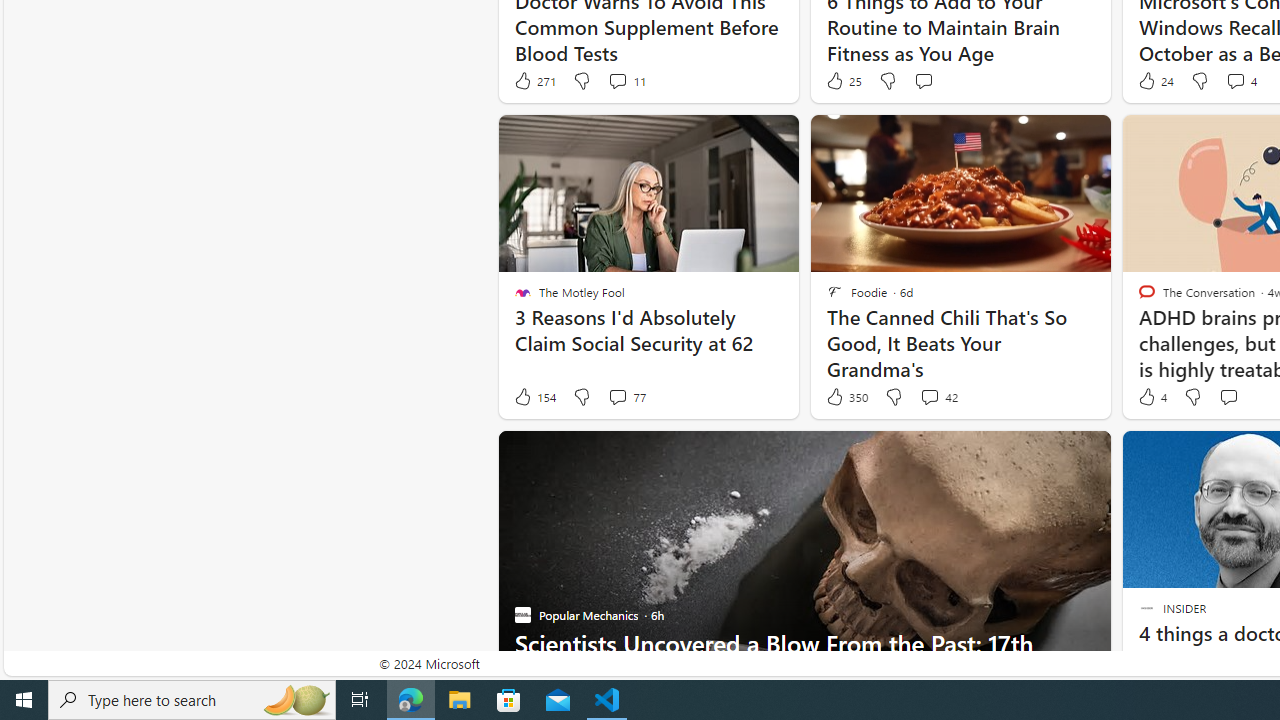  Describe the element at coordinates (846, 397) in the screenshot. I see `'350 Like'` at that location.